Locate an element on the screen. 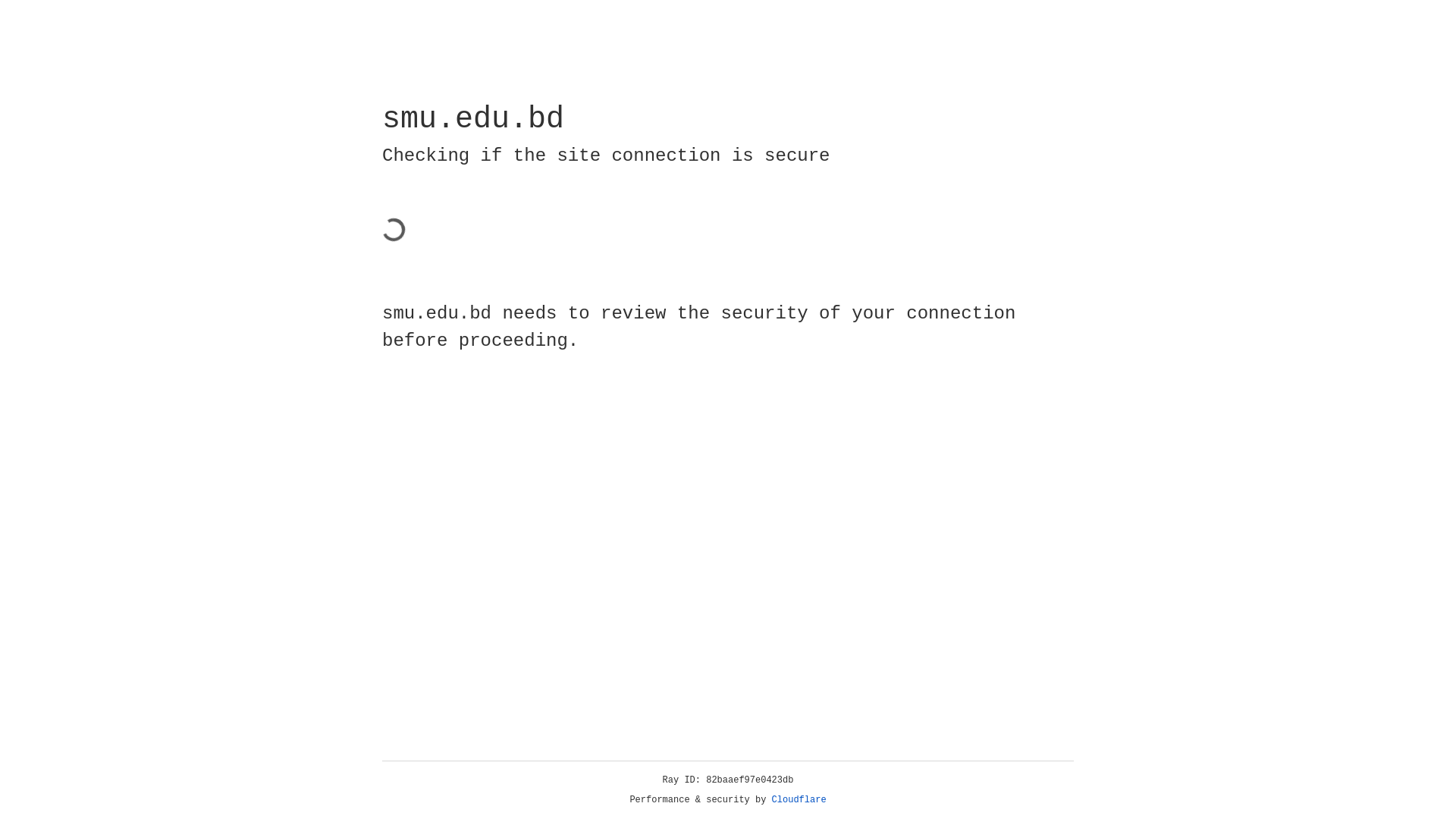 The width and height of the screenshot is (1456, 819). 'Cloudflare' is located at coordinates (799, 799).